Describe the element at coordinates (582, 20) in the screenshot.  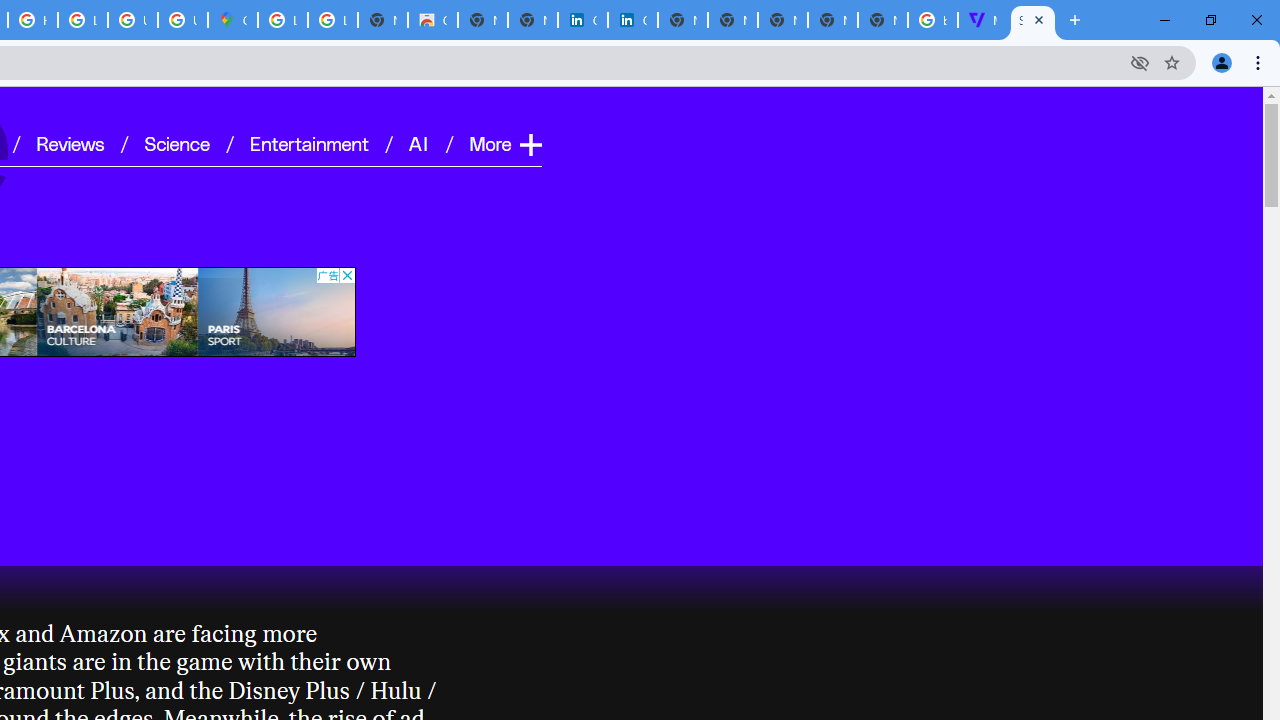
I see `'Cookie Policy | LinkedIn'` at that location.